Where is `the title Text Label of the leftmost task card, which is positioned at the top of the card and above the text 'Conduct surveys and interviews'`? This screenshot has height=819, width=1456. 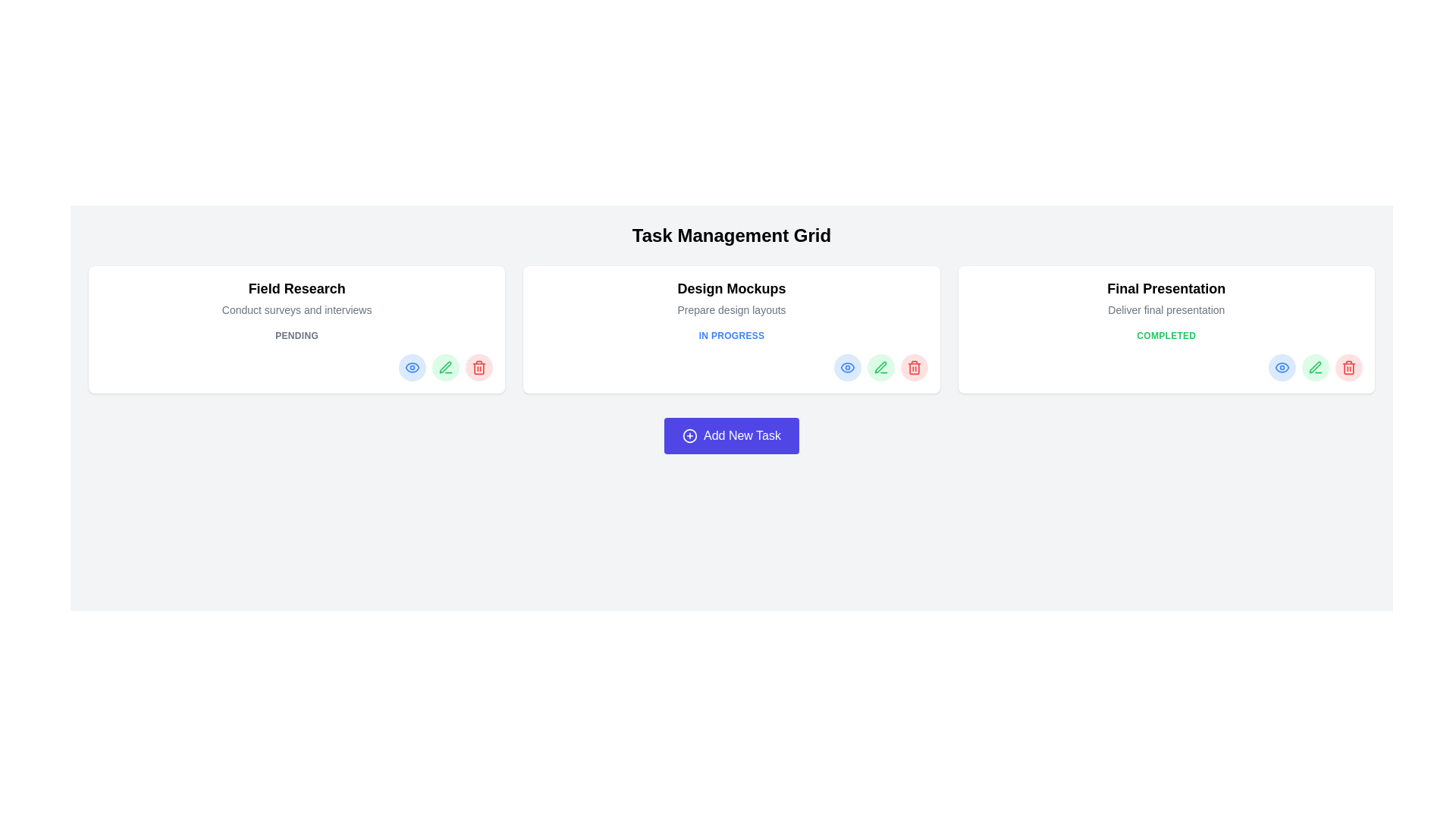 the title Text Label of the leftmost task card, which is positioned at the top of the card and above the text 'Conduct surveys and interviews' is located at coordinates (297, 289).